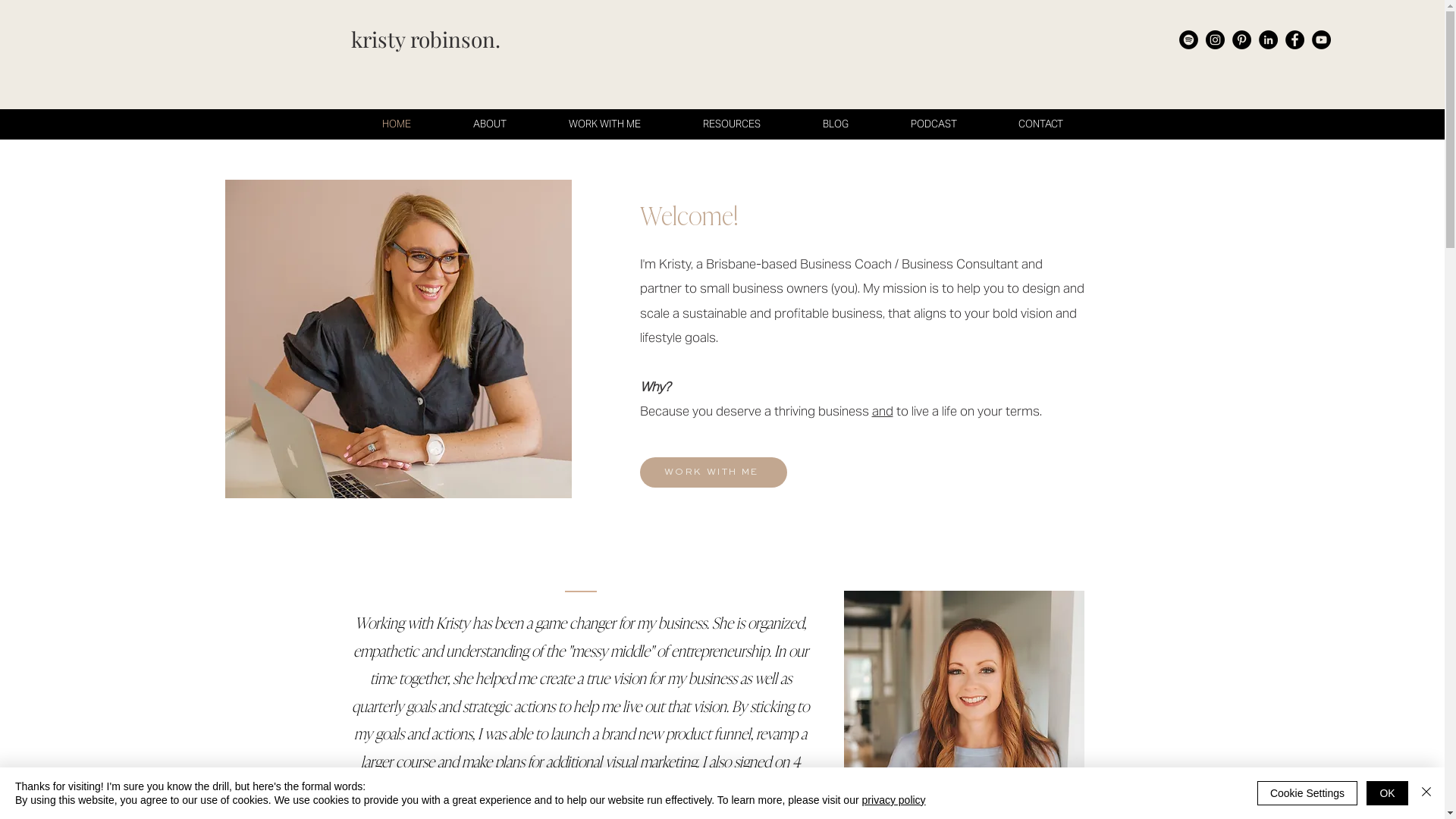 This screenshot has width=1456, height=819. I want to click on 'PODCAST', so click(880, 124).